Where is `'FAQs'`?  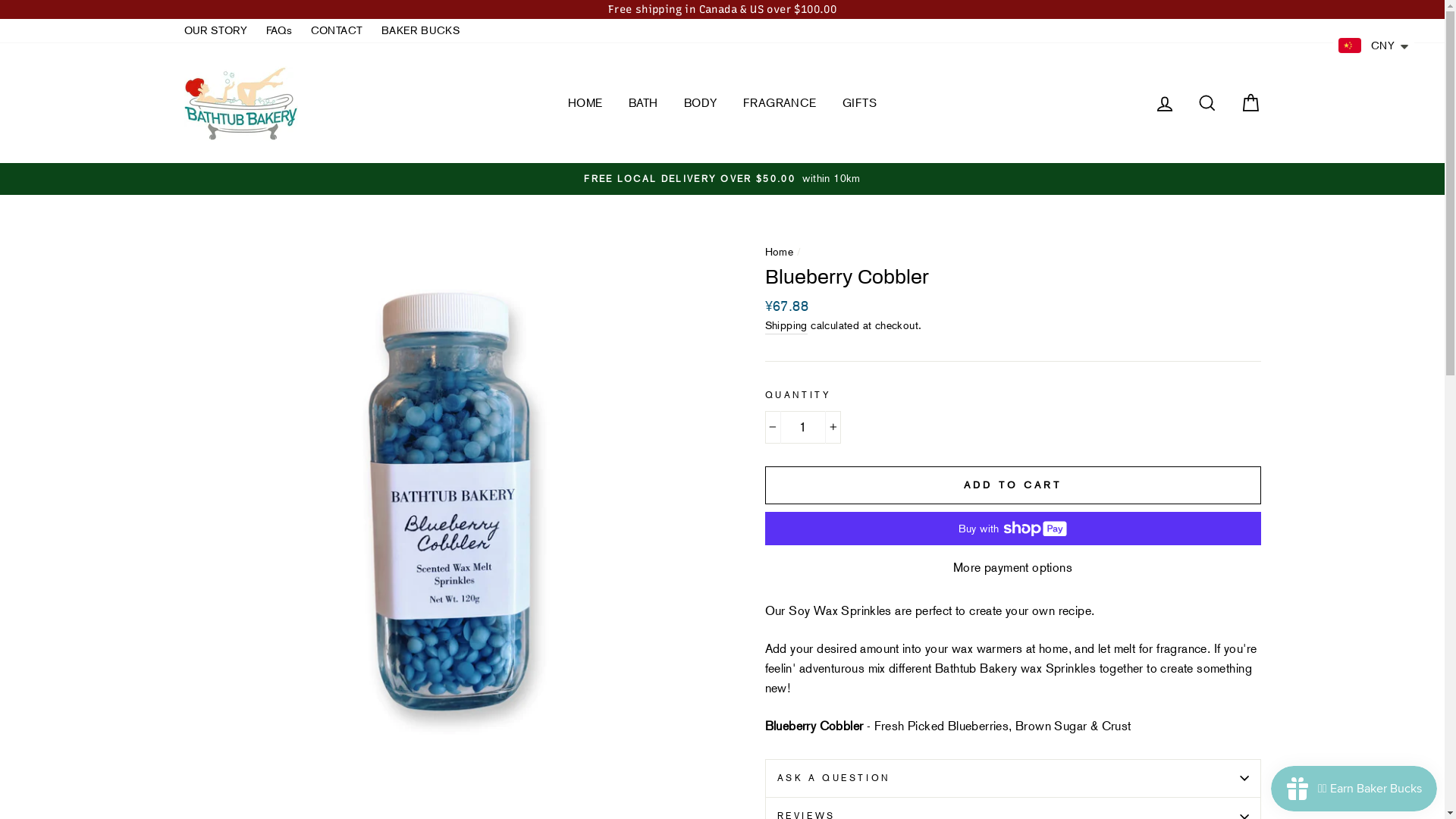
'FAQs' is located at coordinates (258, 31).